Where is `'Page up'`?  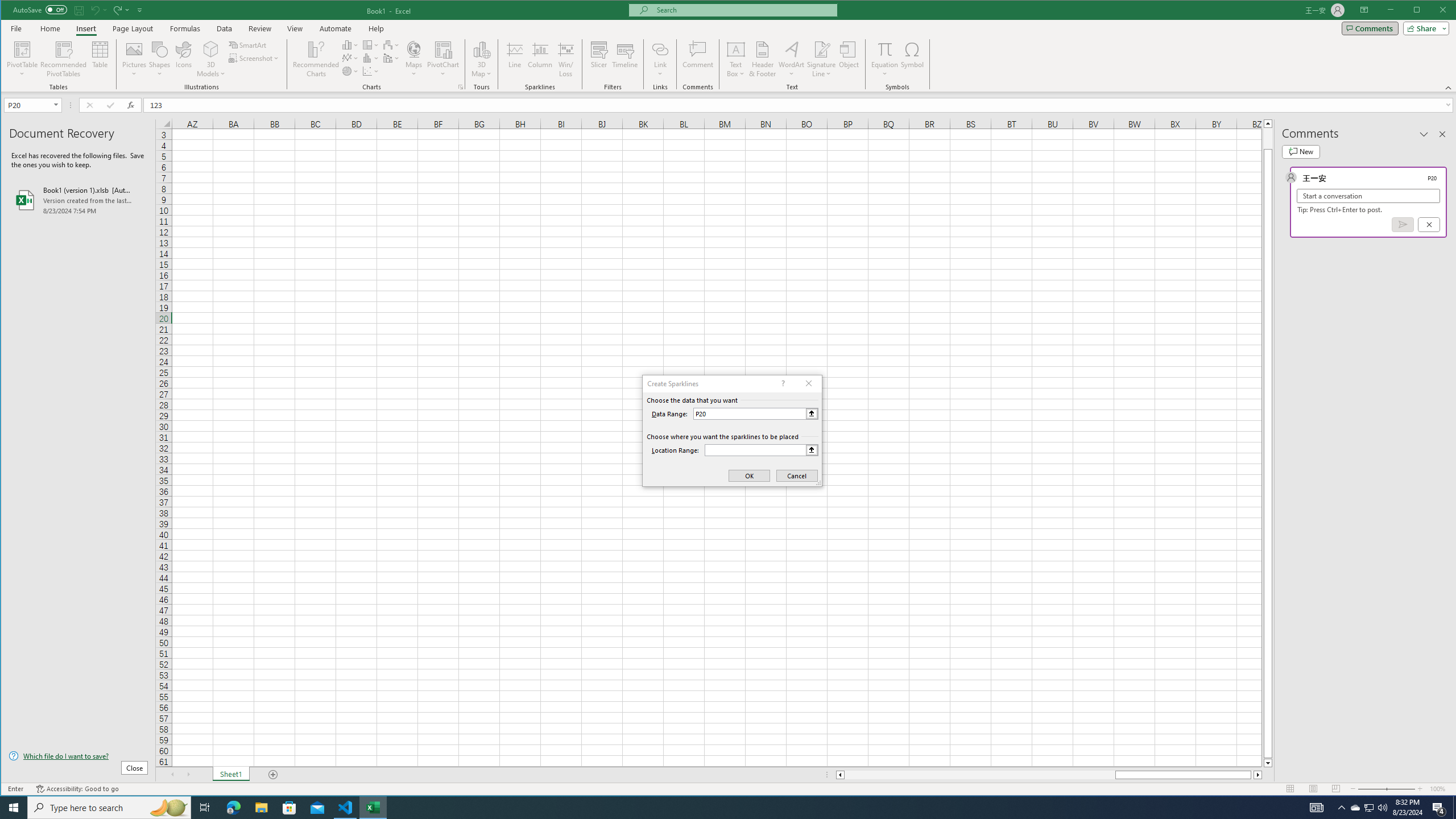 'Page up' is located at coordinates (1268, 138).